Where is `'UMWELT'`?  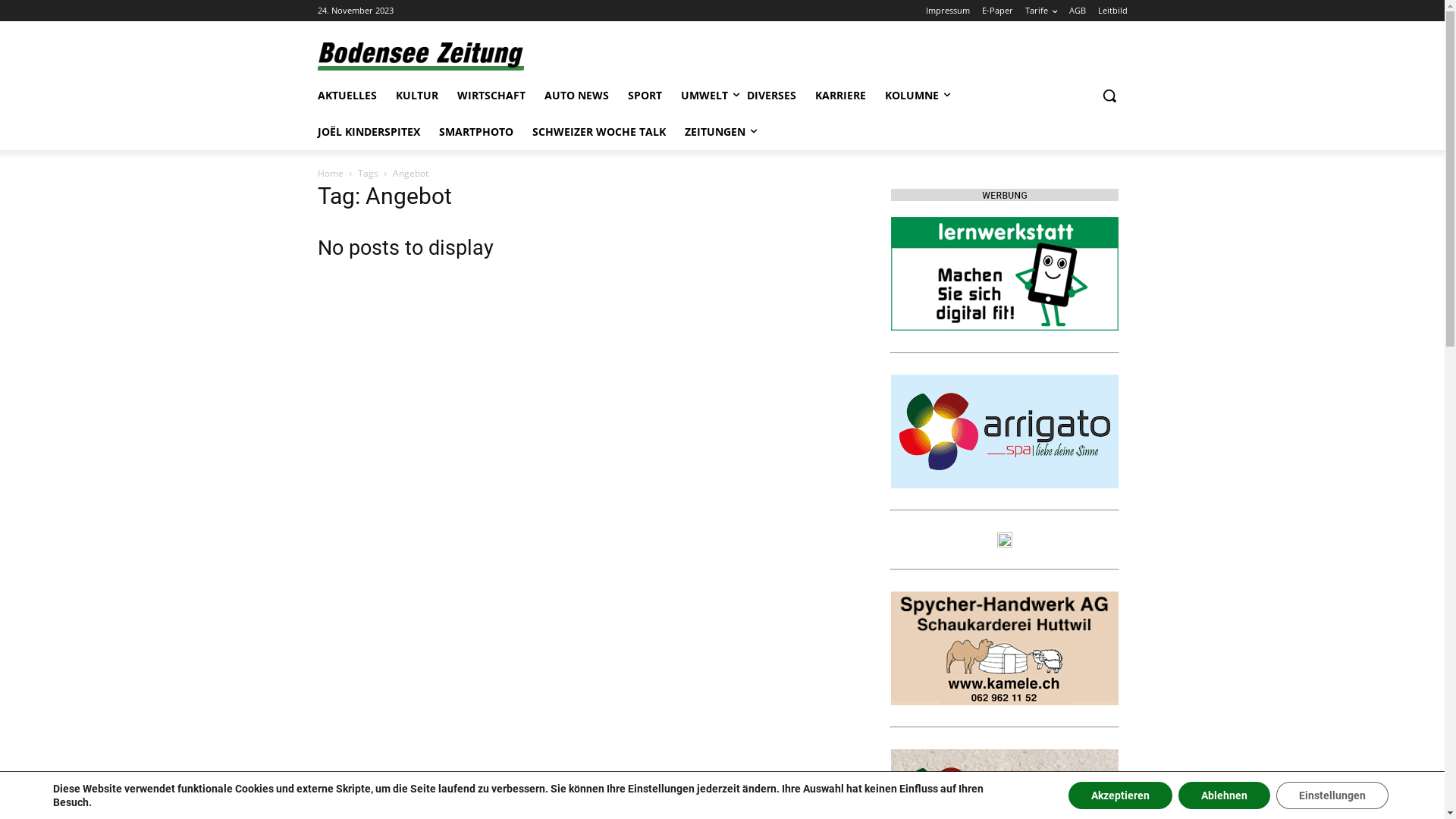
'UMWELT' is located at coordinates (704, 96).